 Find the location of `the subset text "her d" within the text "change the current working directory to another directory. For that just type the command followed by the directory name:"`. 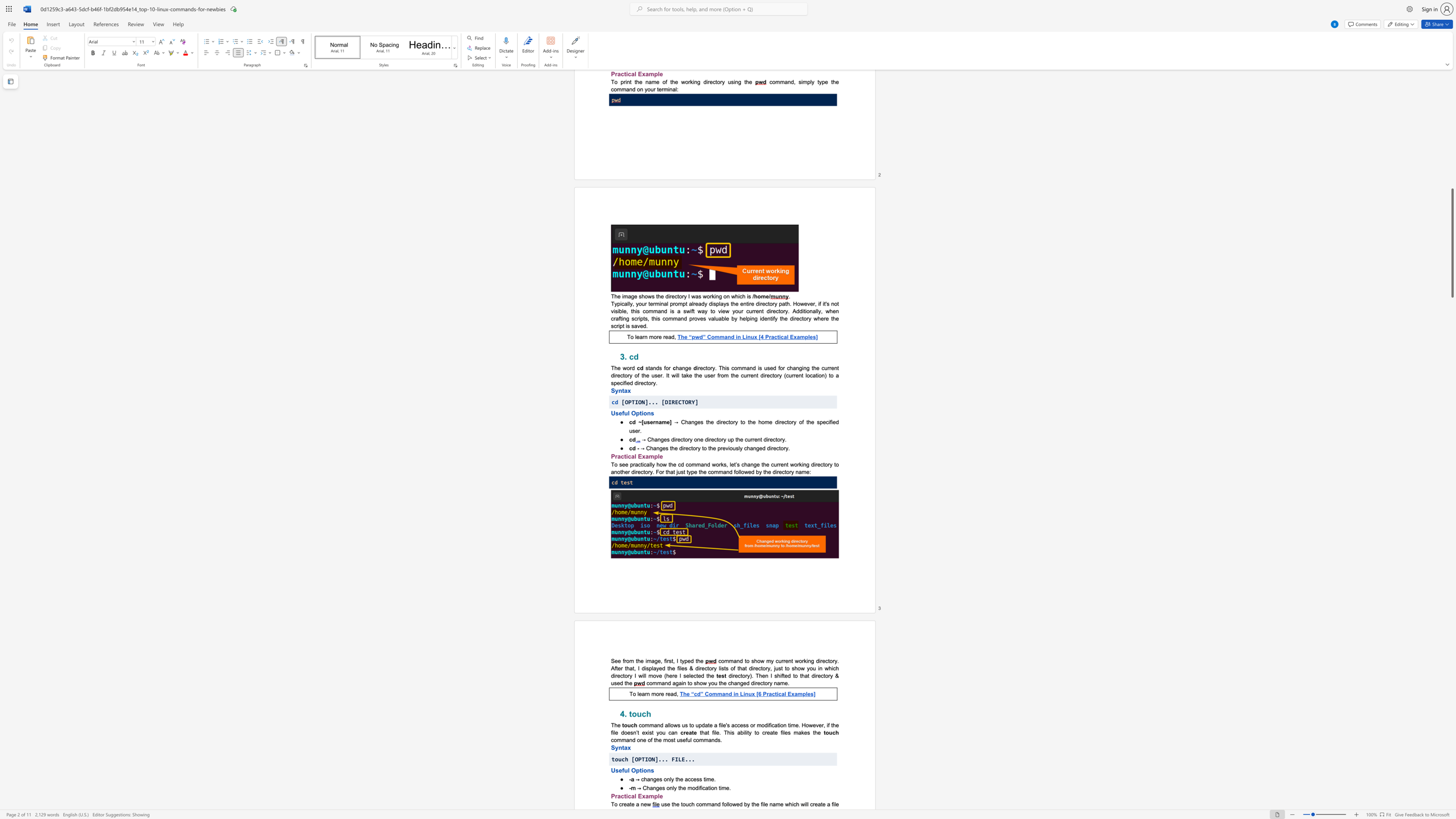

the subset text "her d" within the text "change the current working directory to another directory. For that just type the command followed by the directory name:" is located at coordinates (622, 471).